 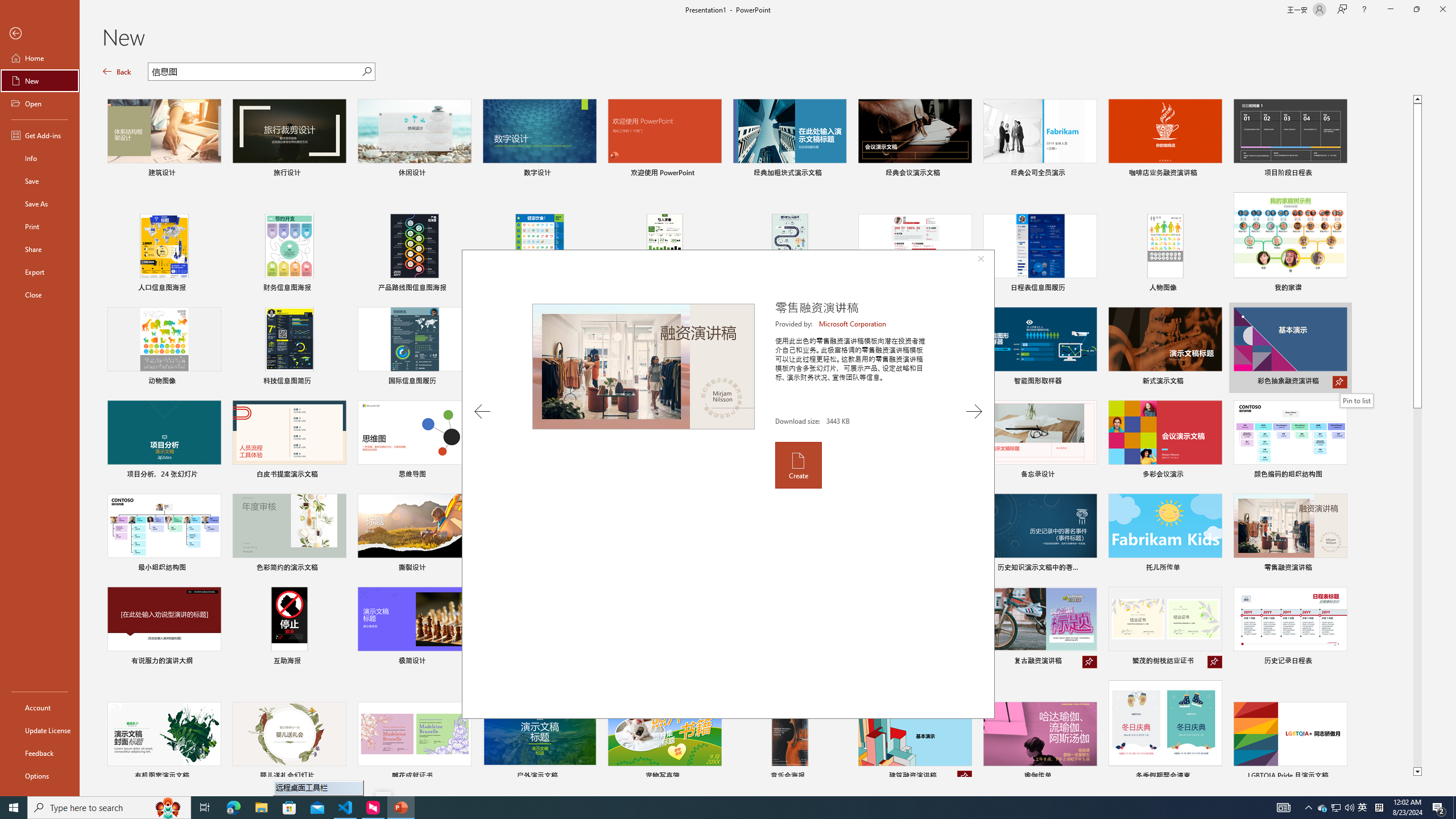 I want to click on 'Back', so click(x=118, y=71).